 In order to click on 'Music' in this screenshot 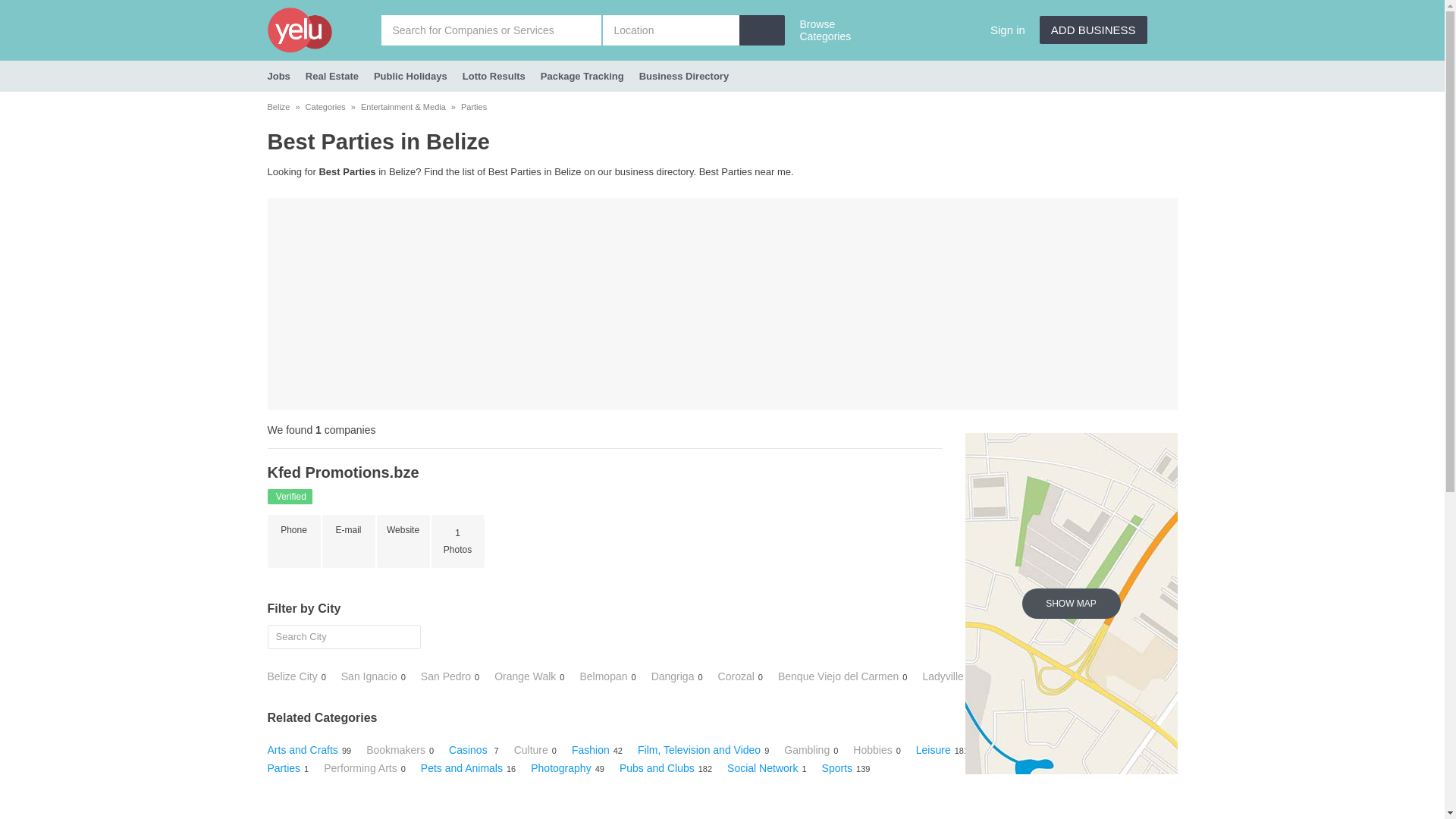, I will do `click(1125, 748)`.